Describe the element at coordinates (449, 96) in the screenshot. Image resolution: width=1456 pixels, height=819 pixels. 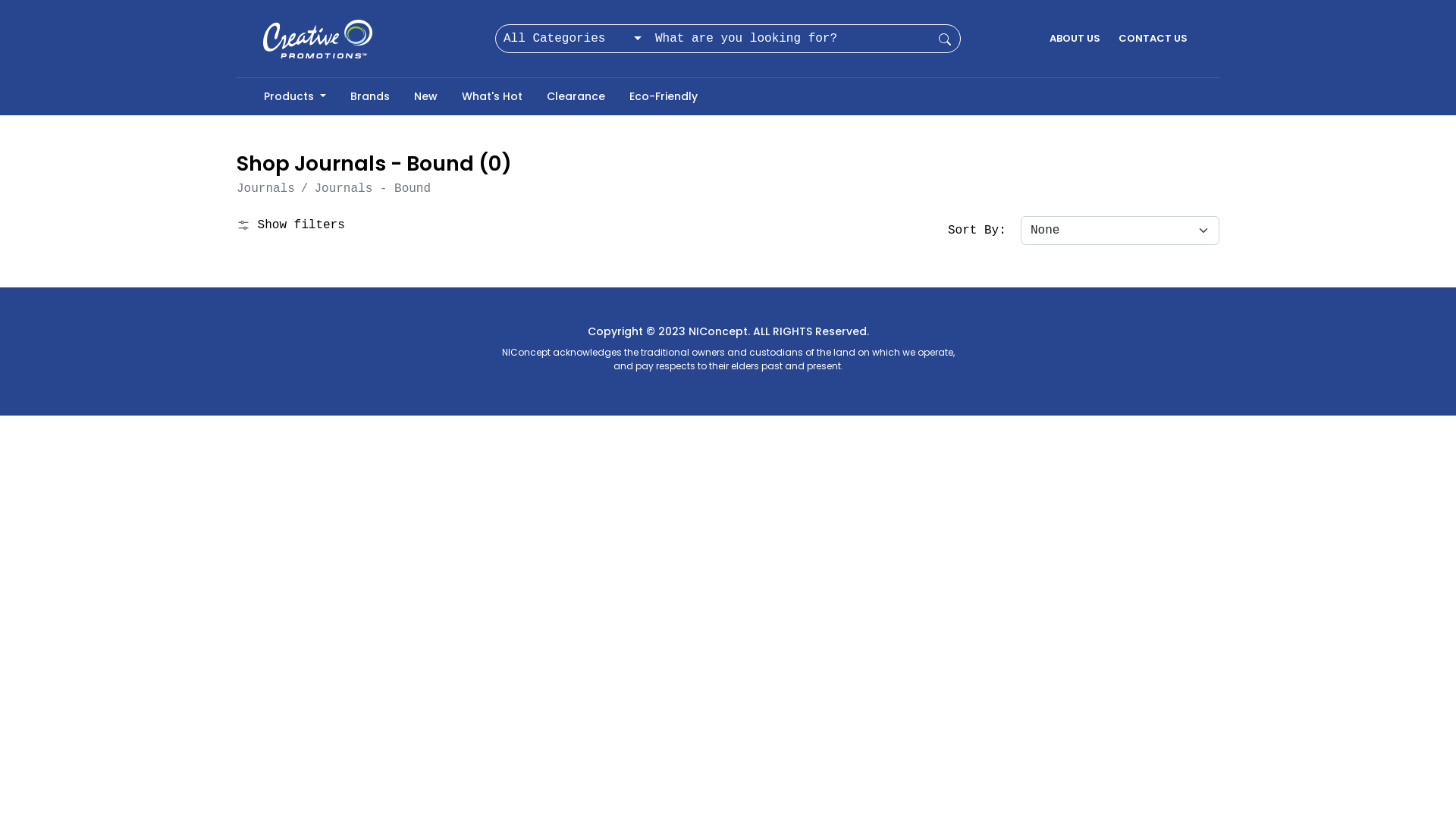
I see `'What's Hot'` at that location.